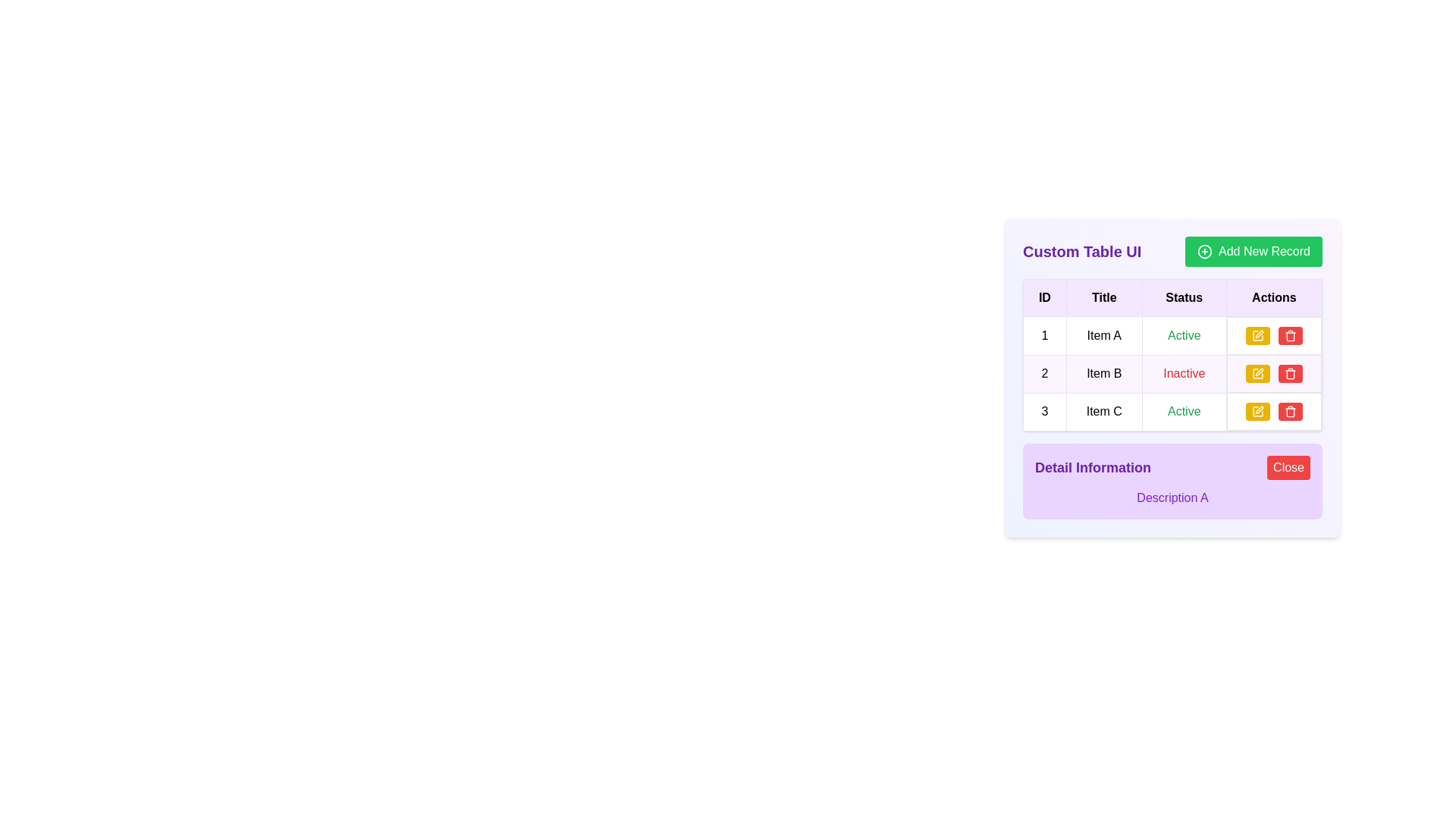 This screenshot has height=819, width=1456. Describe the element at coordinates (1203, 250) in the screenshot. I see `the green circular '+' icon located to the left of the 'Add New Record' button in the top-right corner of the purple interface section to observe visual feedback changes` at that location.